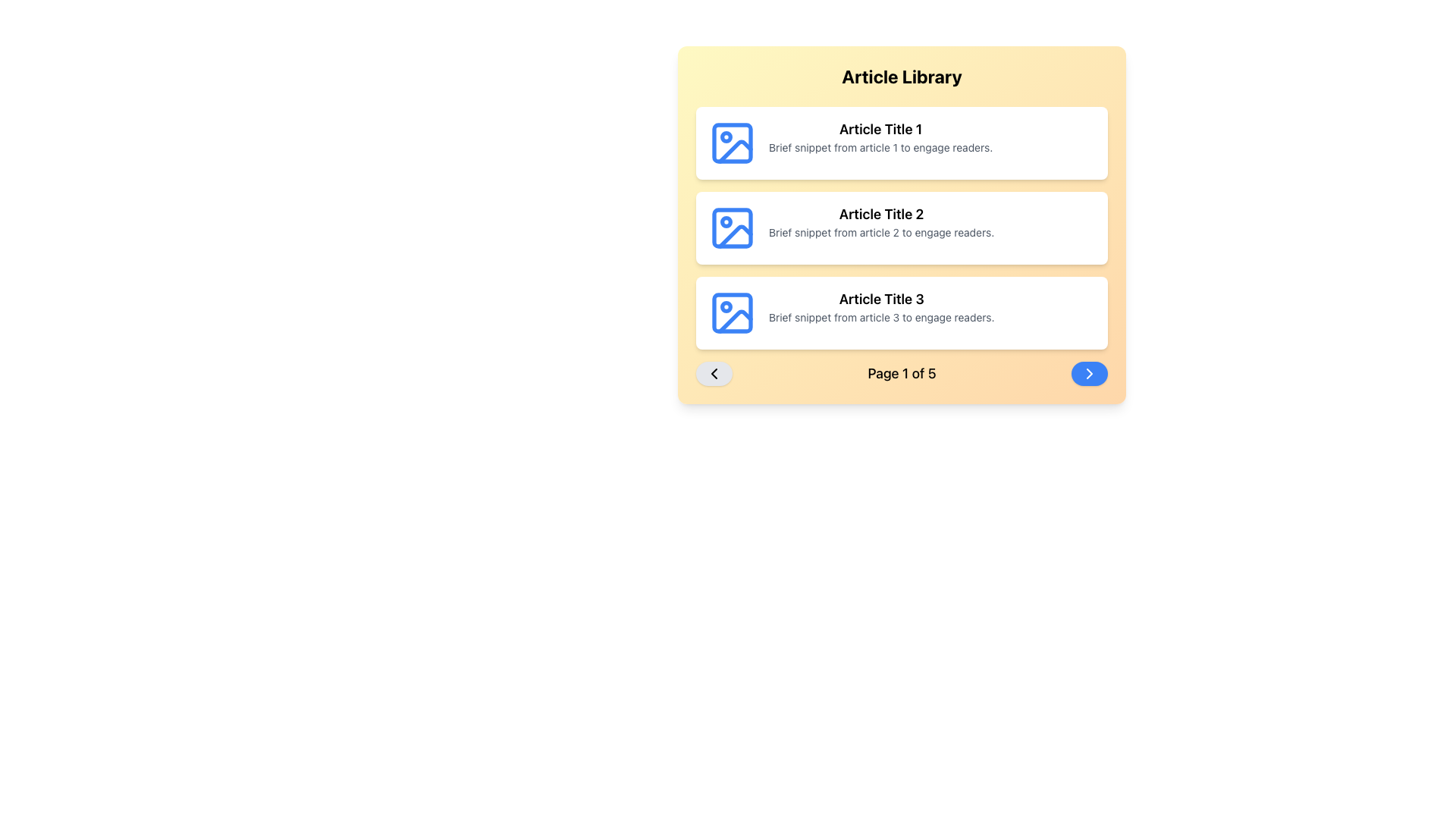  I want to click on the SVG icon representing 'Article Title 1', so click(732, 143).